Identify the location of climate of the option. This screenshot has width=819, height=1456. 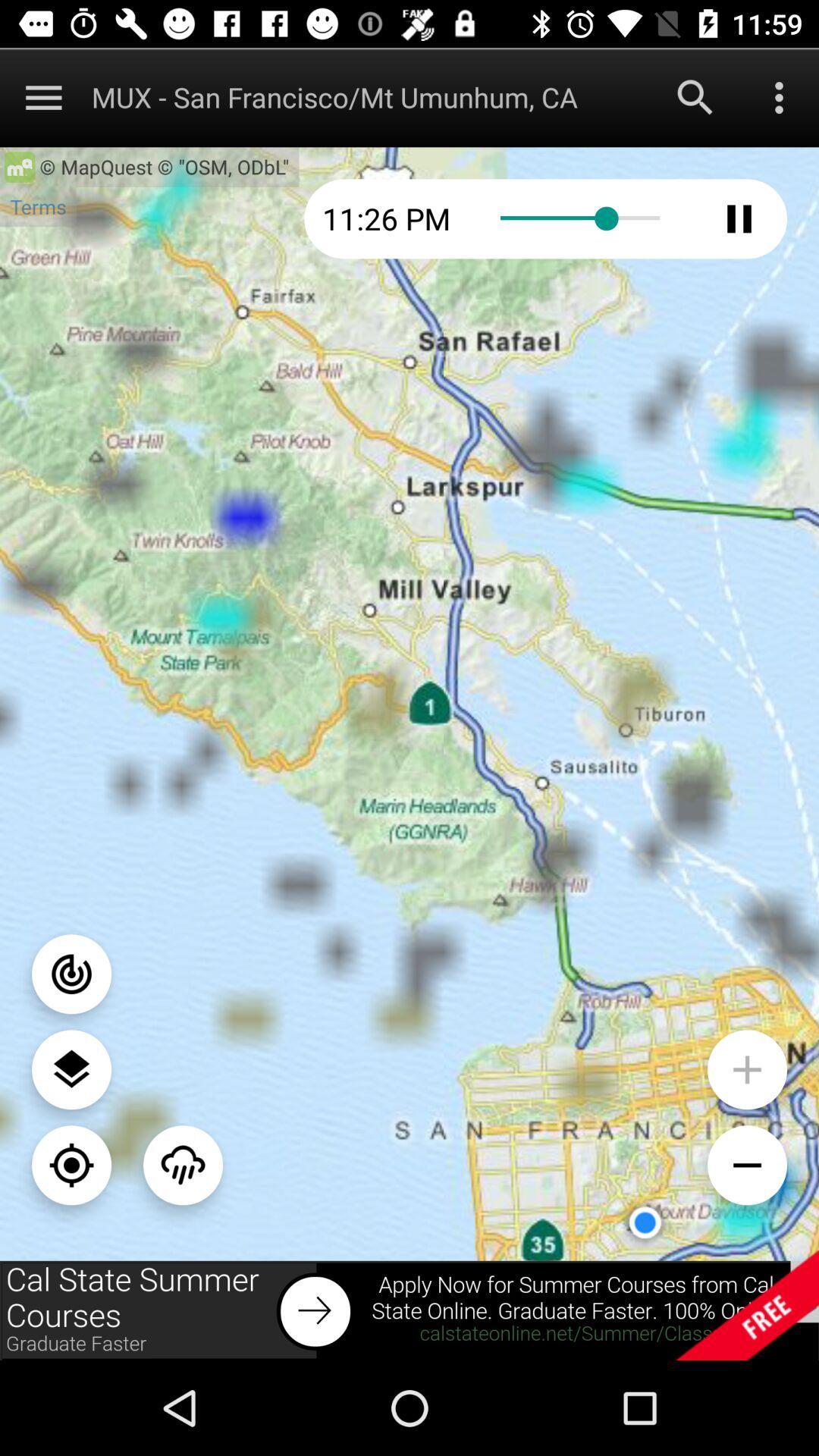
(182, 1164).